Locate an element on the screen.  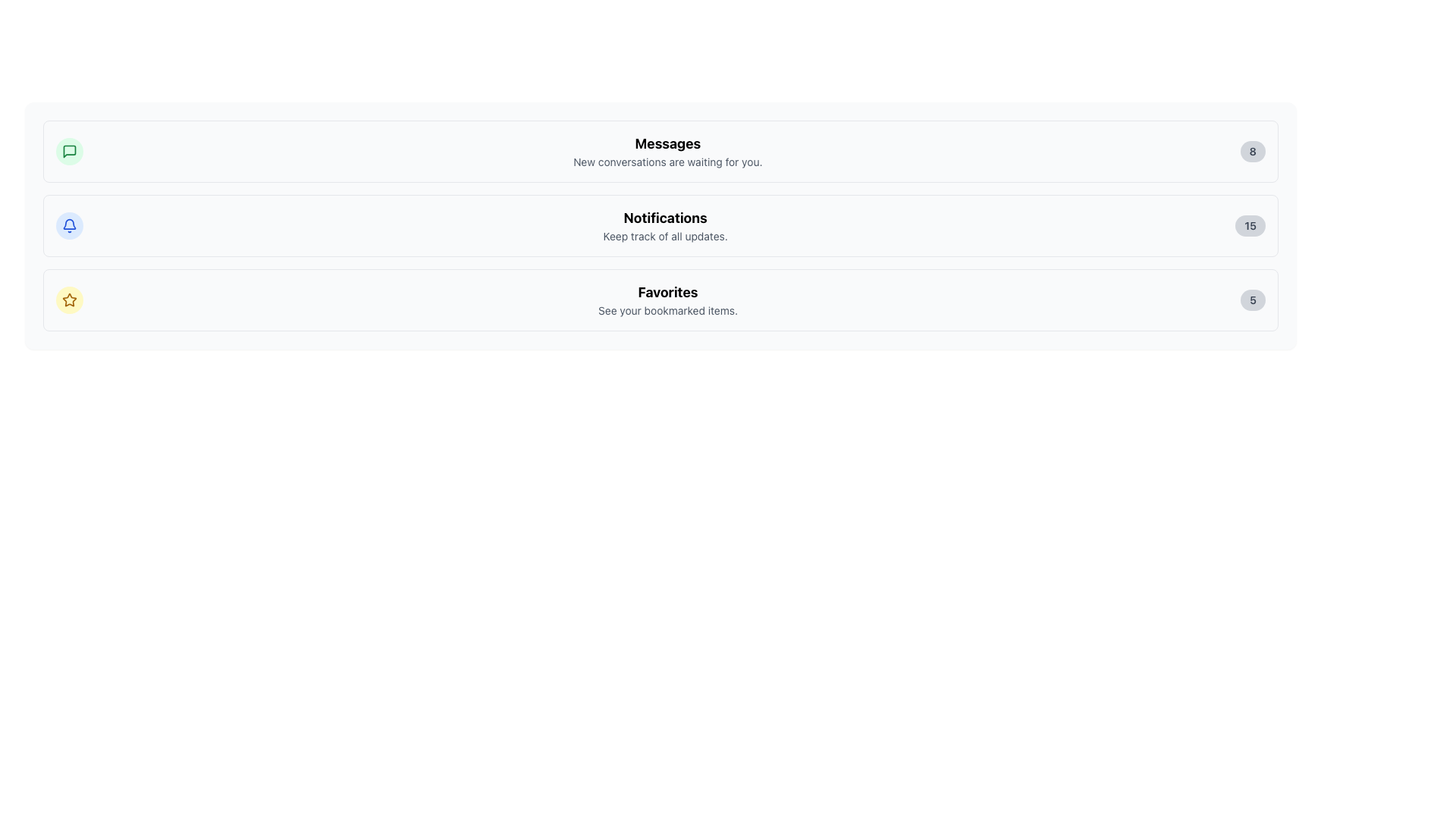
the green speech bubble icon located at the top of the column of icons is located at coordinates (68, 152).